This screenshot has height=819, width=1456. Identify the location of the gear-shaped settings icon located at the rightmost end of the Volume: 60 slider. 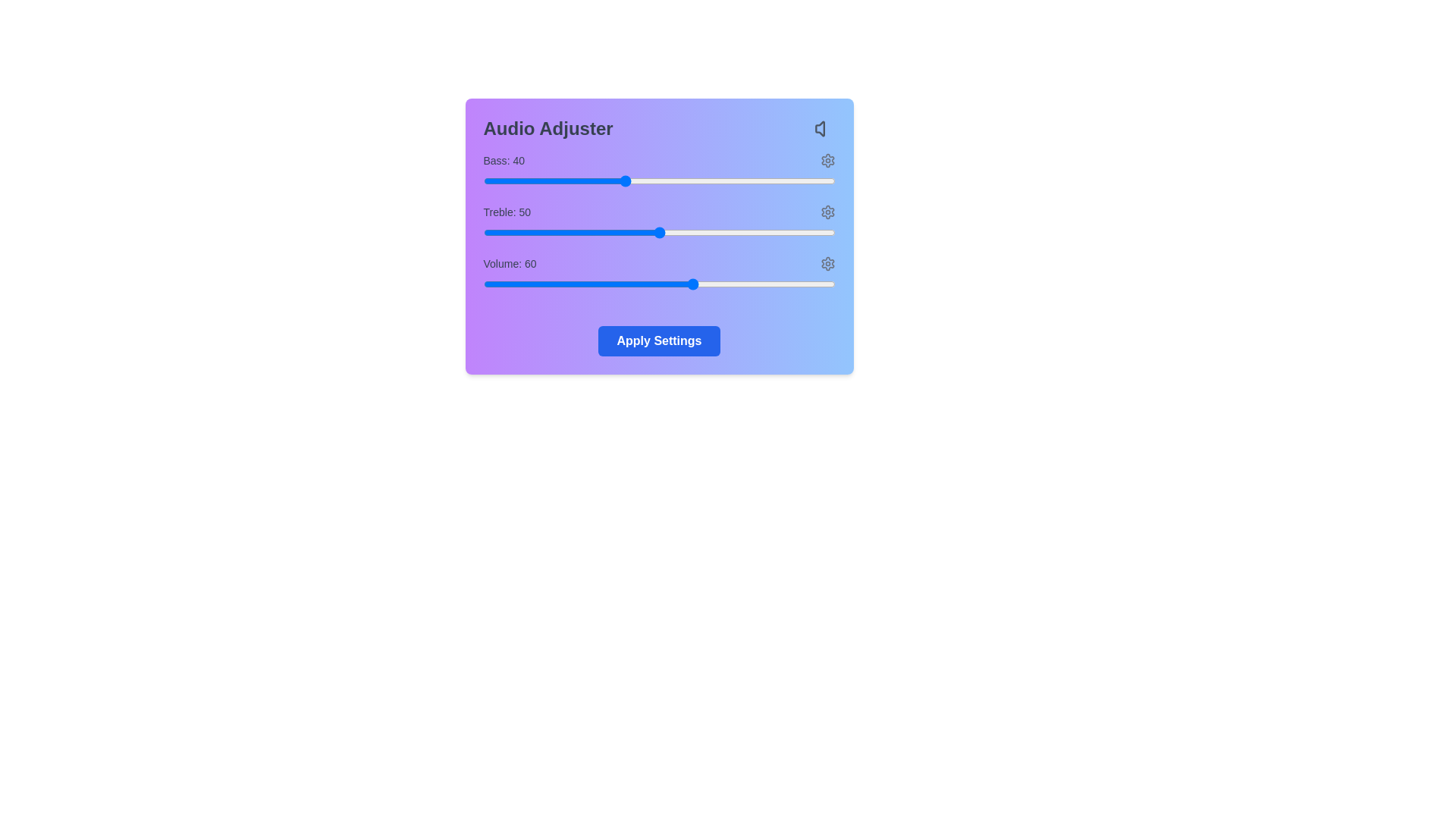
(827, 262).